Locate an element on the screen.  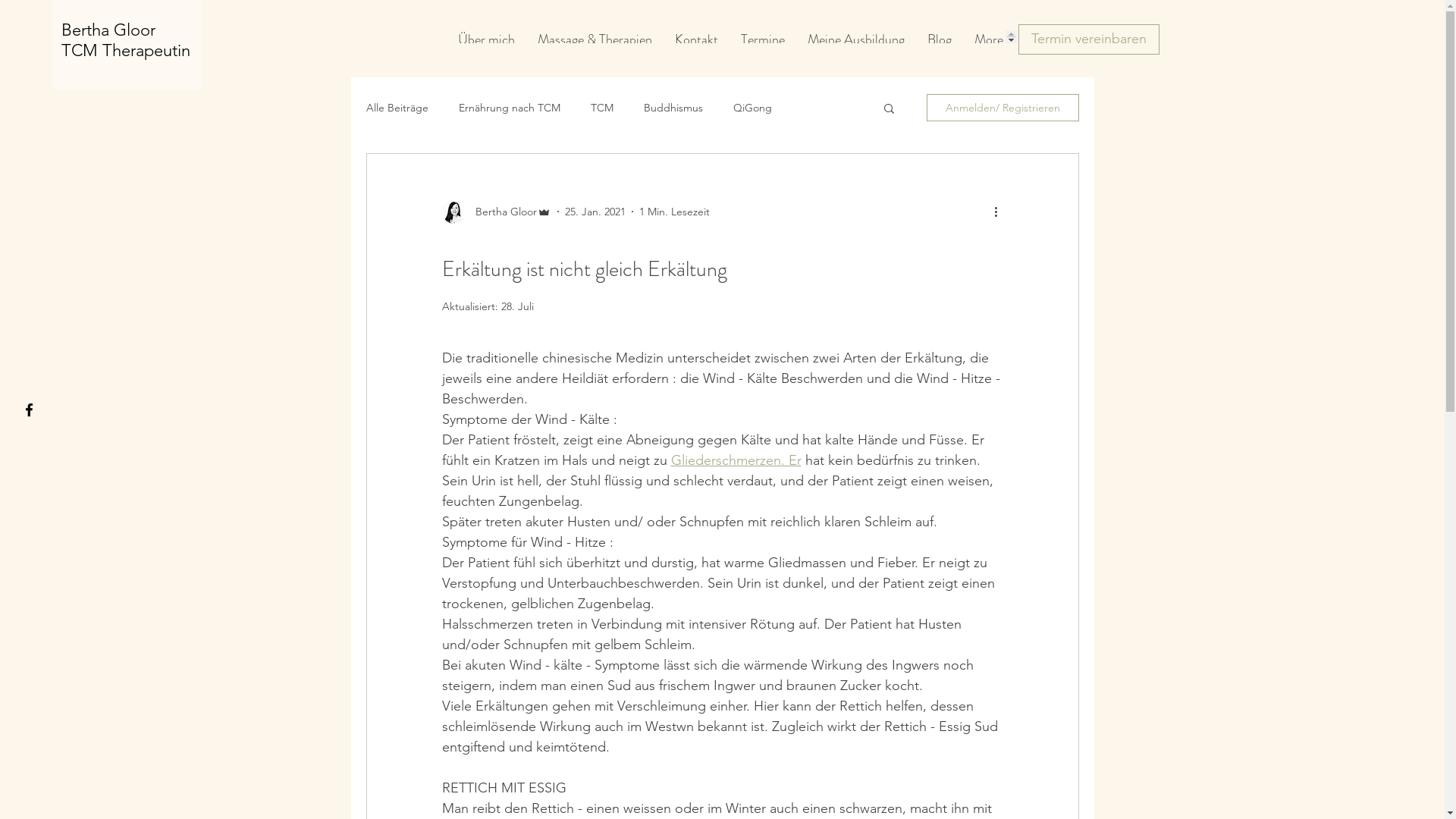
'Termine' is located at coordinates (763, 36).